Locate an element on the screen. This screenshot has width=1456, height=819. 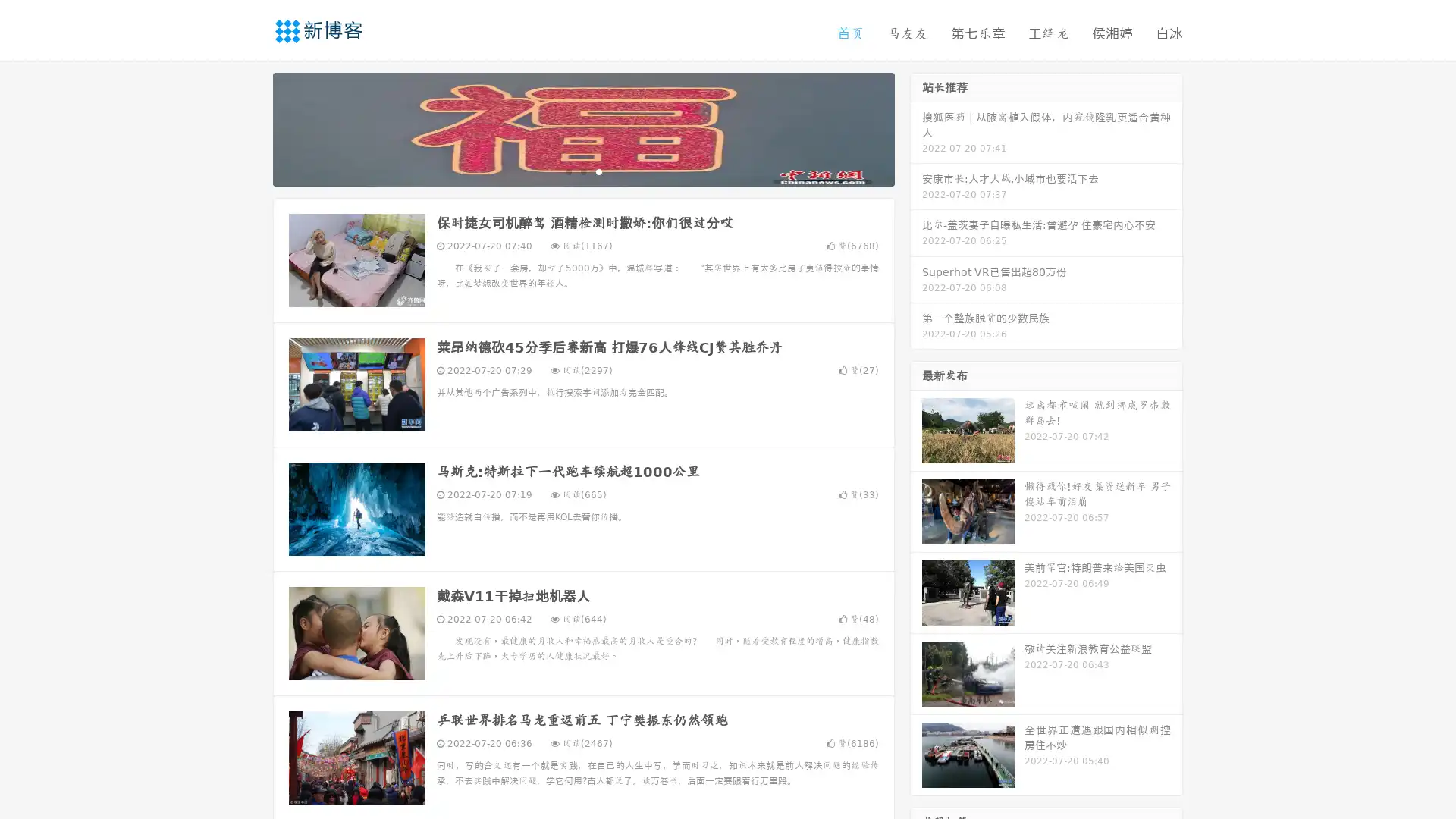
Go to slide 1 is located at coordinates (567, 171).